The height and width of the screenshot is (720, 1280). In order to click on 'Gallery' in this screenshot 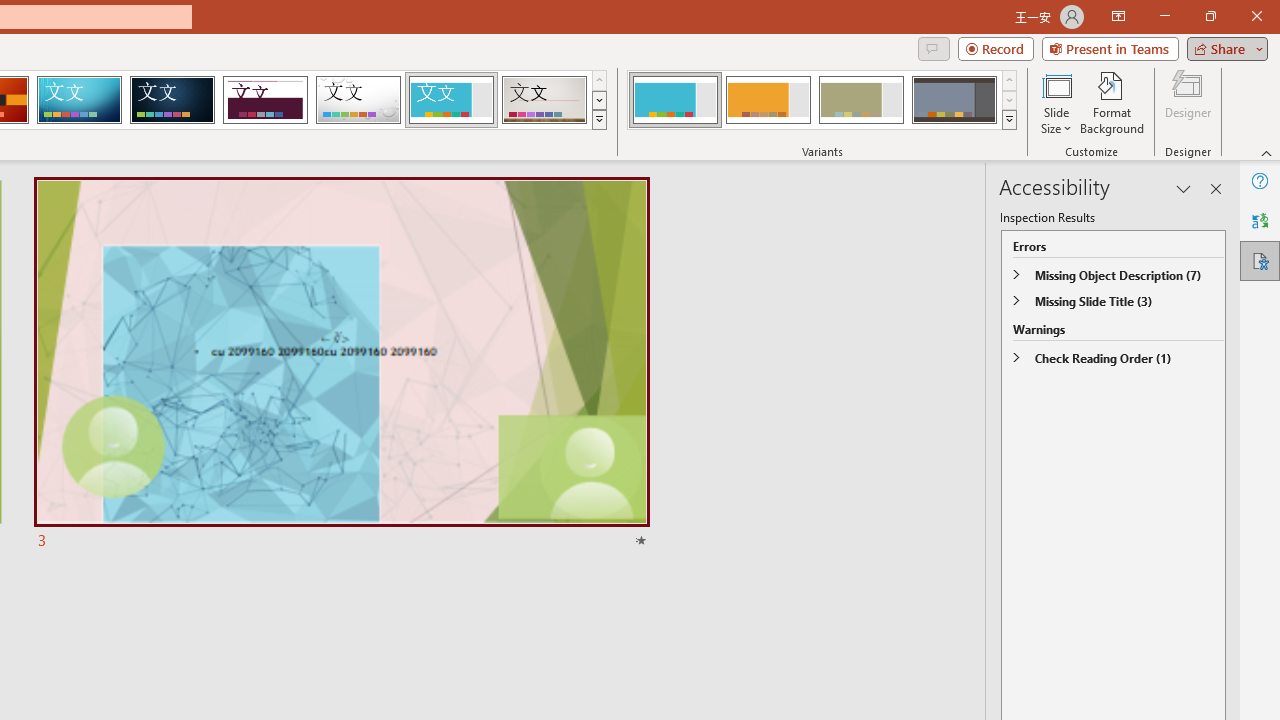, I will do `click(544, 100)`.